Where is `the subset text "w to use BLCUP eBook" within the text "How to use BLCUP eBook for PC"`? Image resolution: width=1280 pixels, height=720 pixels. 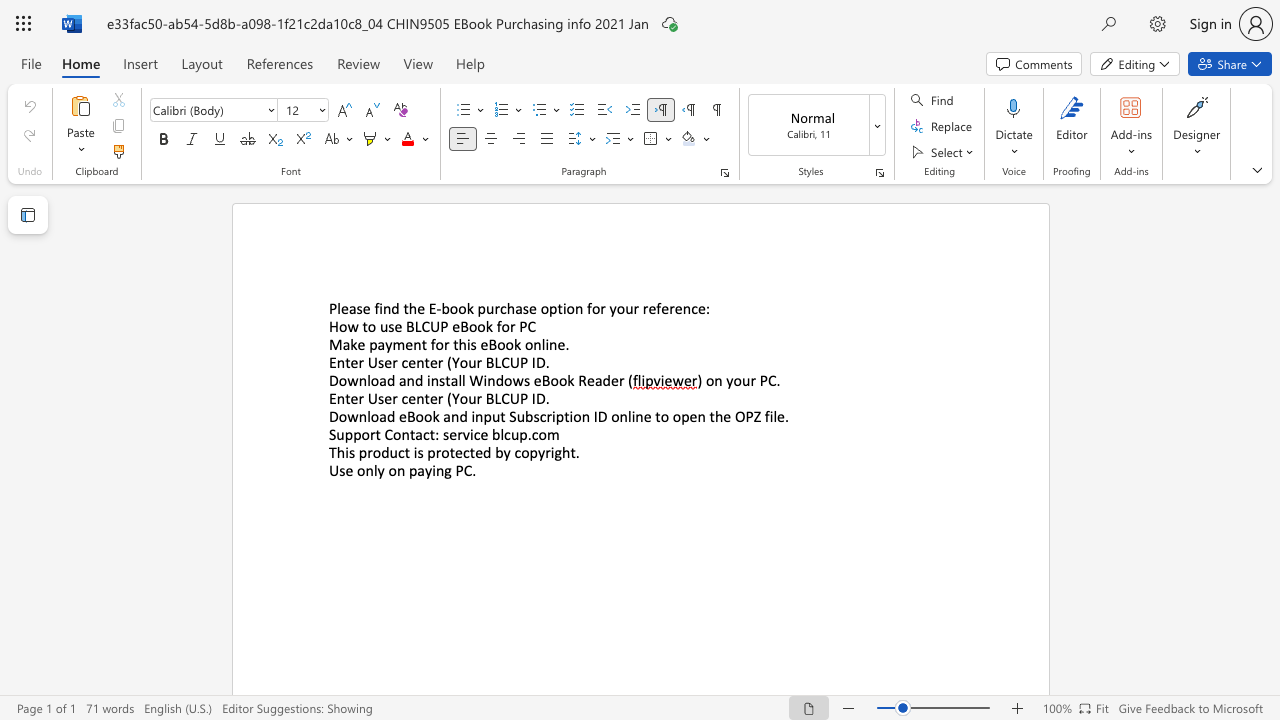
the subset text "w to use BLCUP eBook" within the text "How to use BLCUP eBook for PC" is located at coordinates (347, 325).